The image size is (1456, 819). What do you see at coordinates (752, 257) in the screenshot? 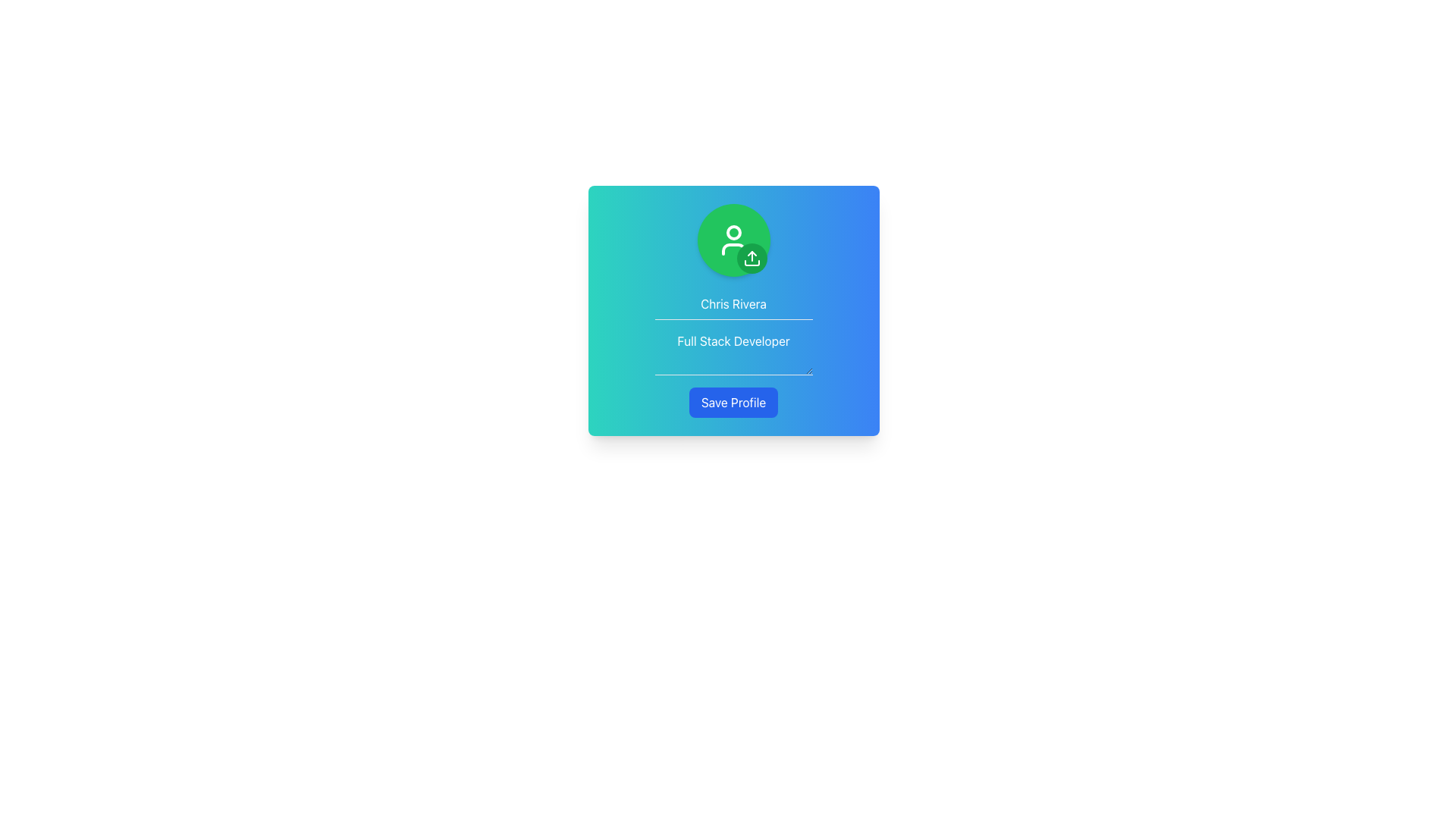
I see `the outlined upward-pointing arrow icon inside a green circular background` at bounding box center [752, 257].